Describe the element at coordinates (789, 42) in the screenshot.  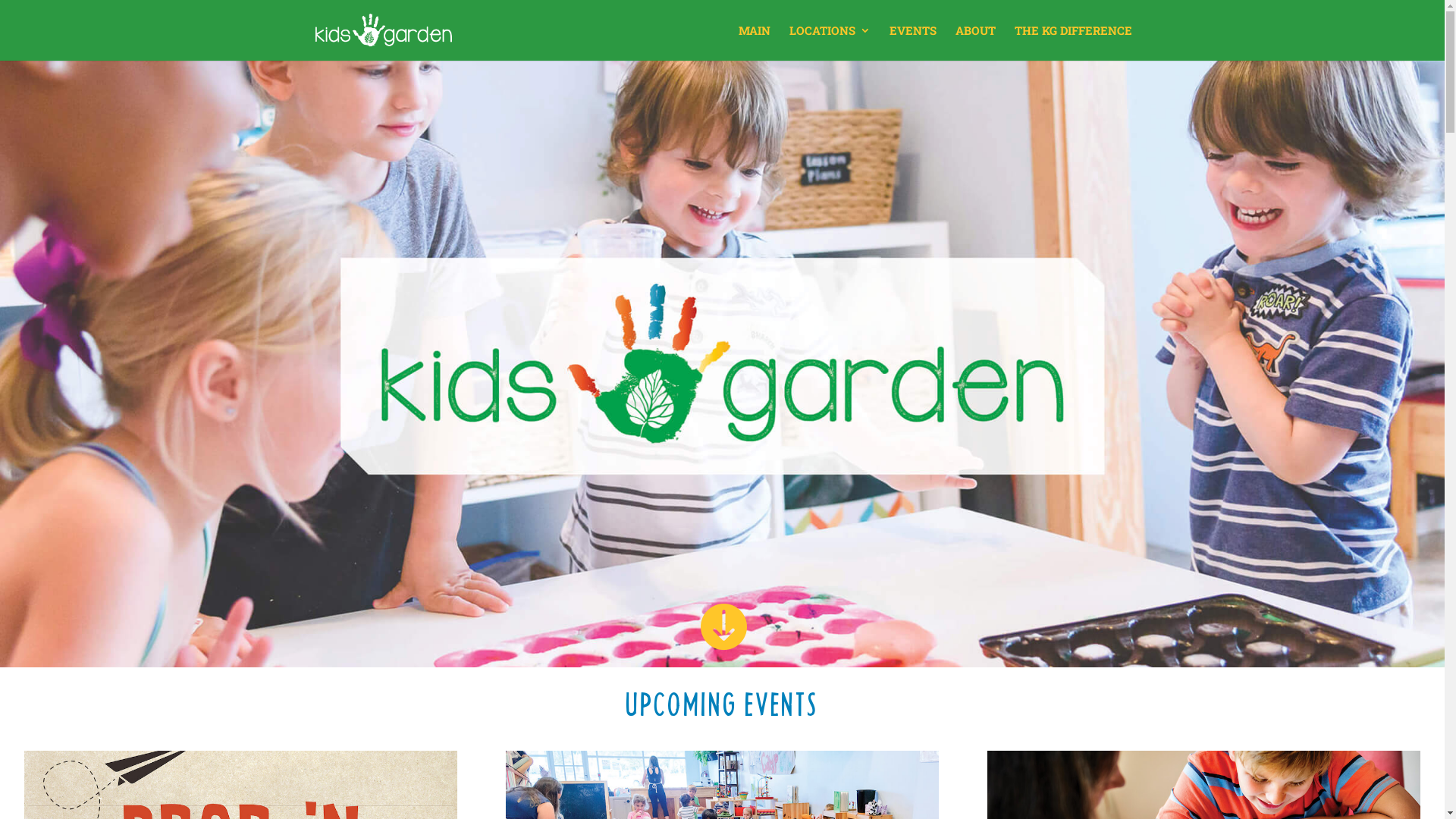
I see `'LOCATIONS'` at that location.